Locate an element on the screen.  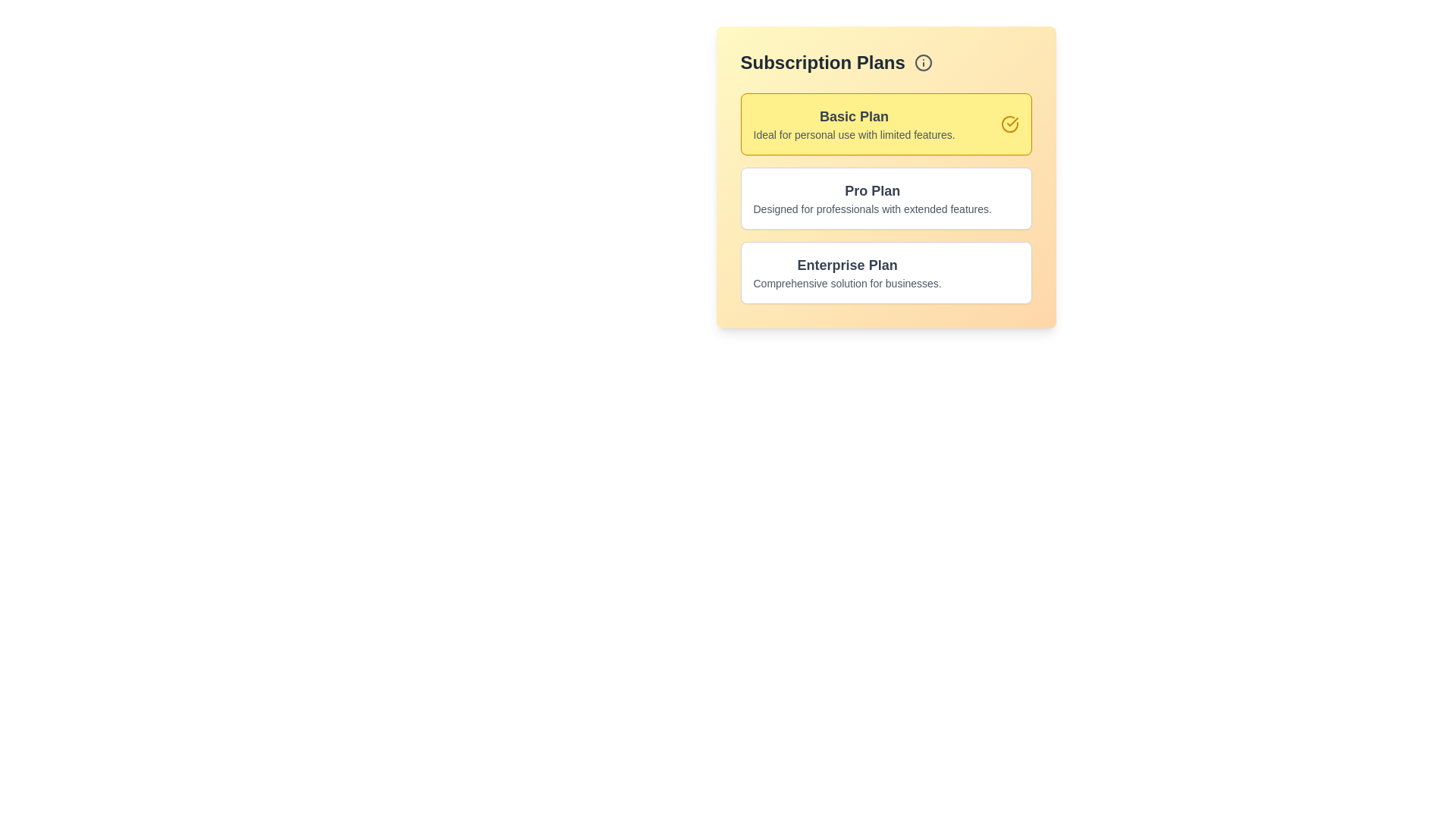
the 'Enterprise Plan' selectable card, which is the third card in the vertical list of subscription plans, positioned below the 'Pro Plan' card is located at coordinates (886, 271).